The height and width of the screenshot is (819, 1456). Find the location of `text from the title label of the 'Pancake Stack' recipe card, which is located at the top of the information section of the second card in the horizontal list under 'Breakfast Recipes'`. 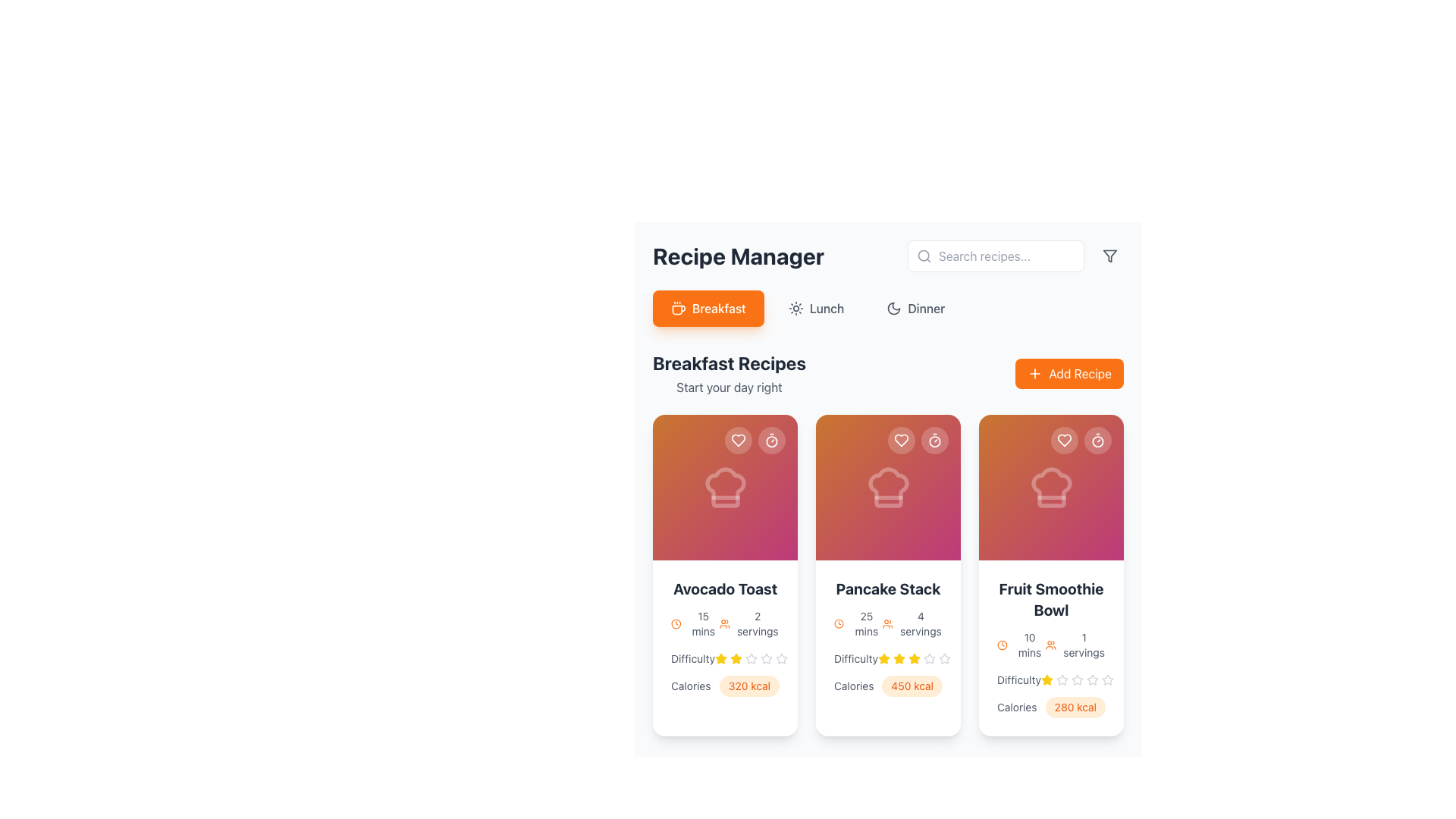

text from the title label of the 'Pancake Stack' recipe card, which is located at the top of the information section of the second card in the horizontal list under 'Breakfast Recipes' is located at coordinates (888, 588).